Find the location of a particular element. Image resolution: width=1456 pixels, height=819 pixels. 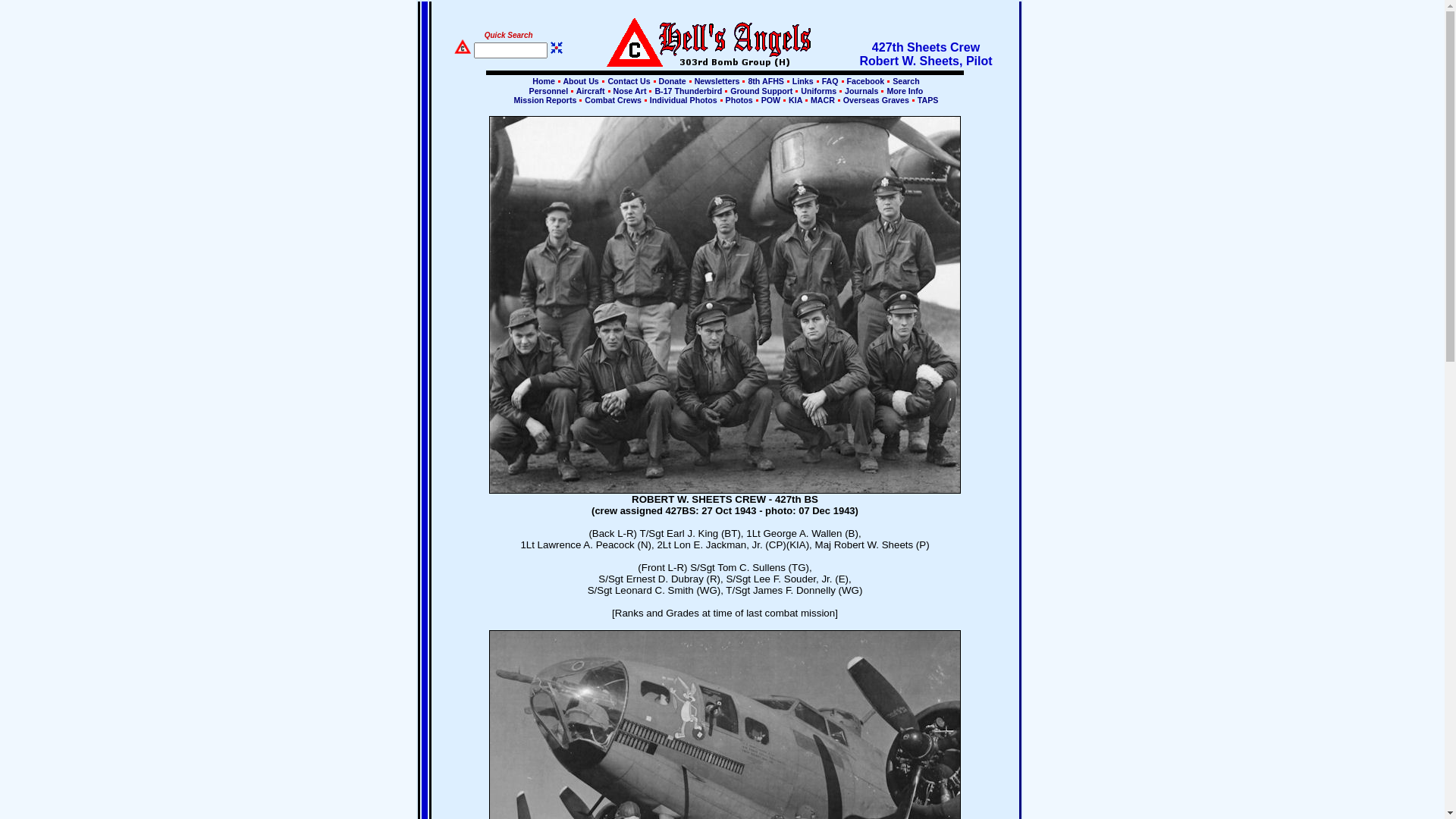

'Newsletters' is located at coordinates (716, 81).